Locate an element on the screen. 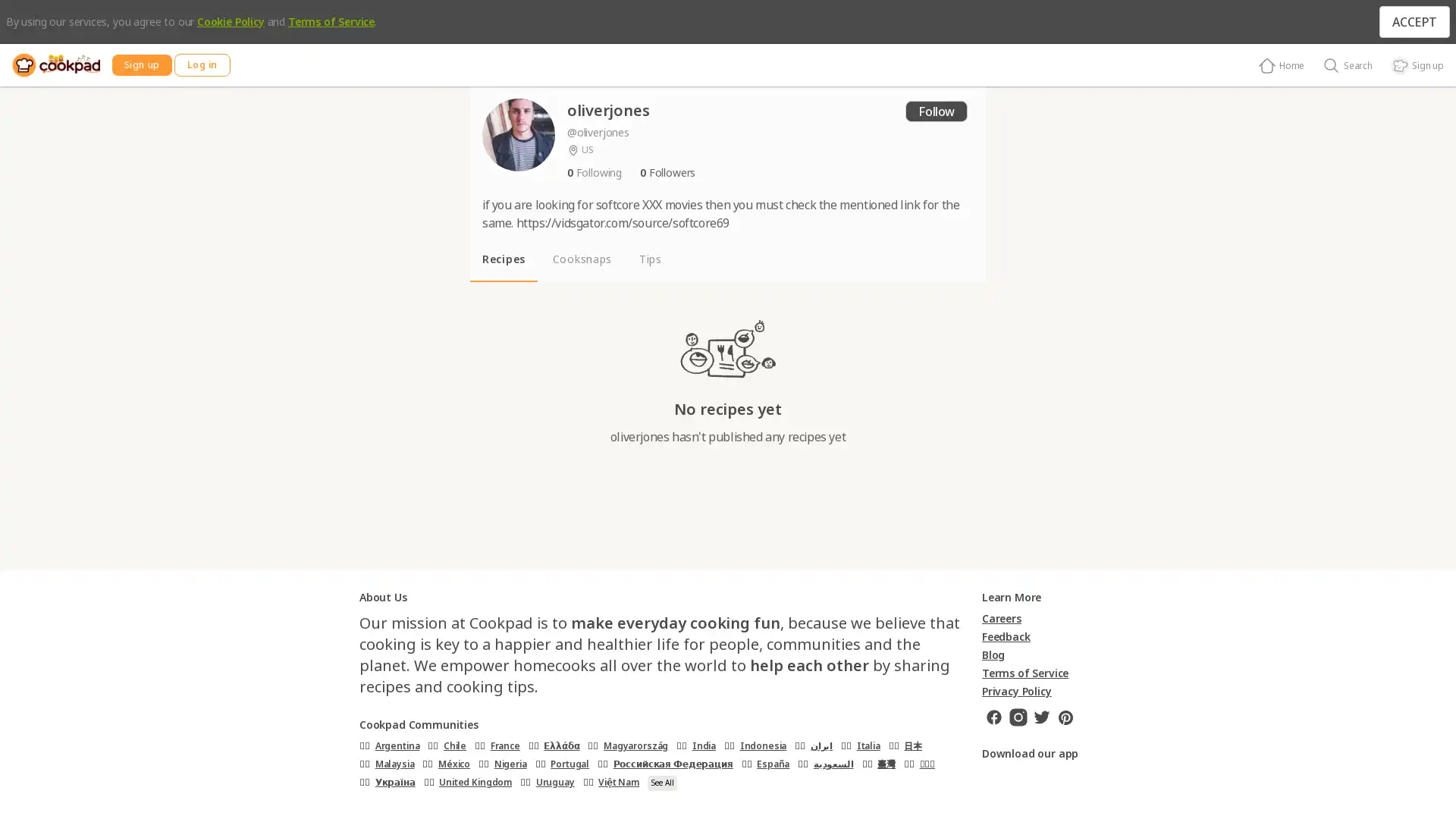  Follow is located at coordinates (935, 110).